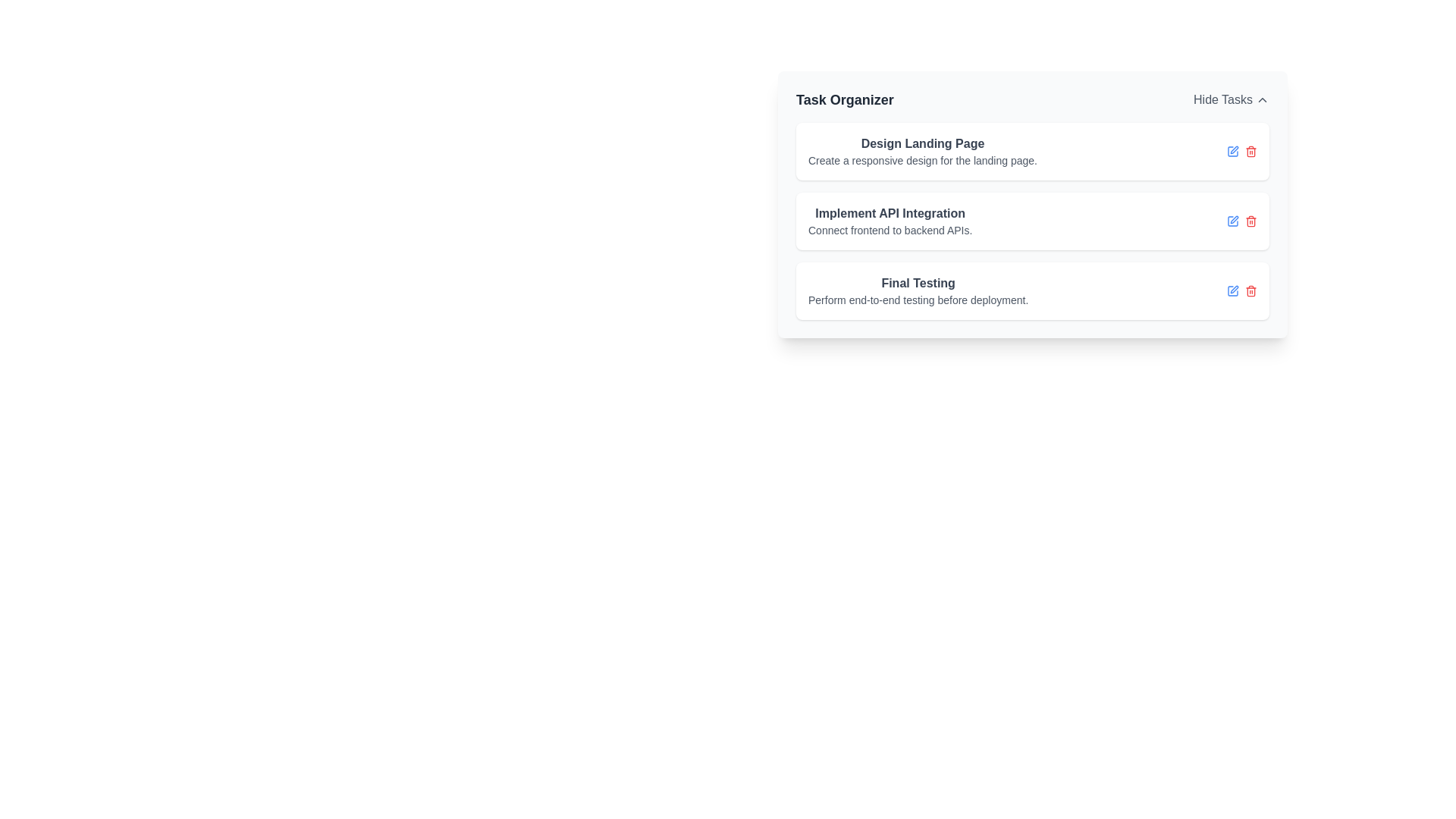  What do you see at coordinates (921, 161) in the screenshot?
I see `the text description providing details about the task titled 'Design Landing Page', which is positioned directly beneath the task title in the task list` at bounding box center [921, 161].